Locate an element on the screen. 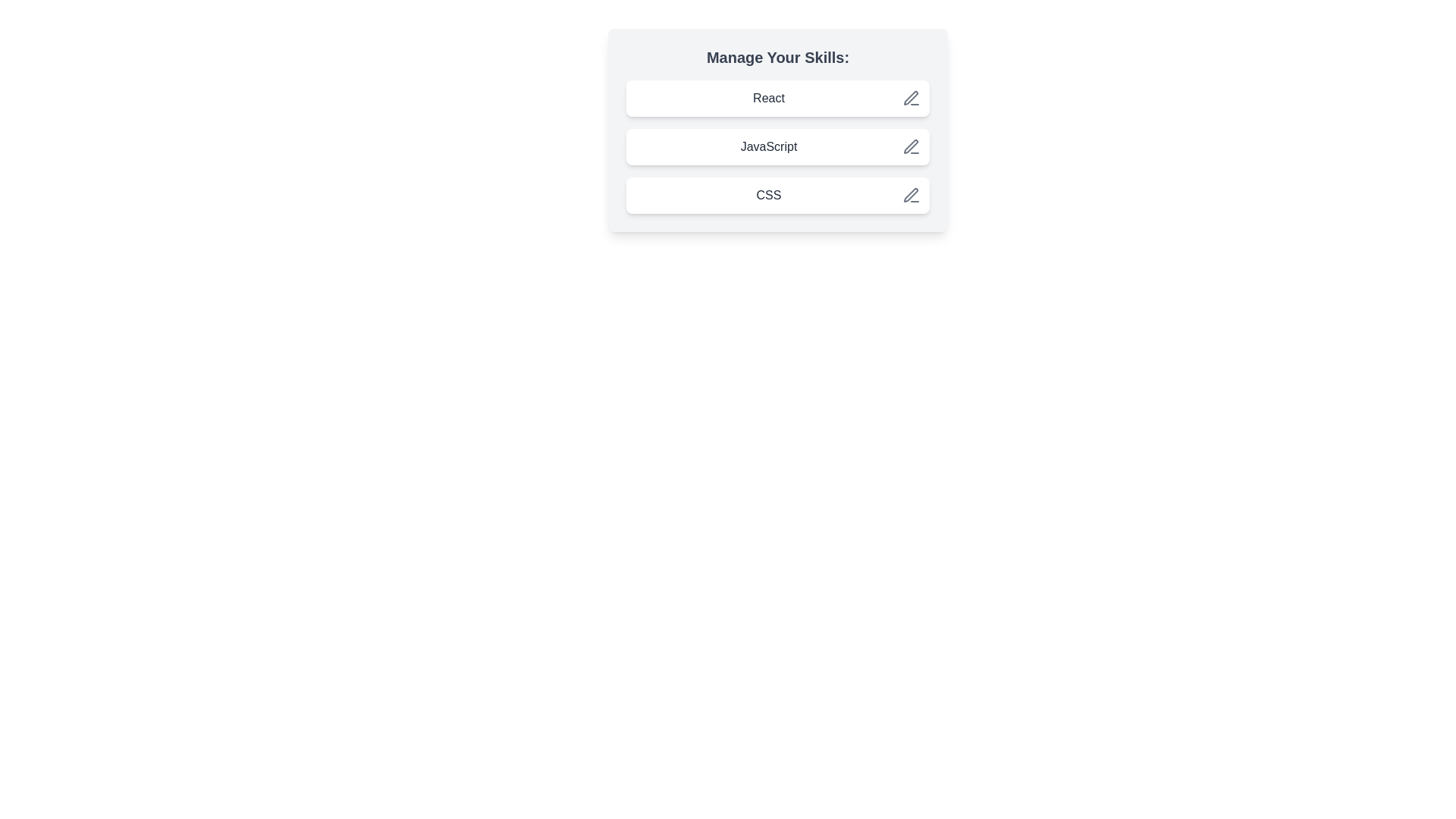  the save button for the chip labeled React is located at coordinates (910, 99).